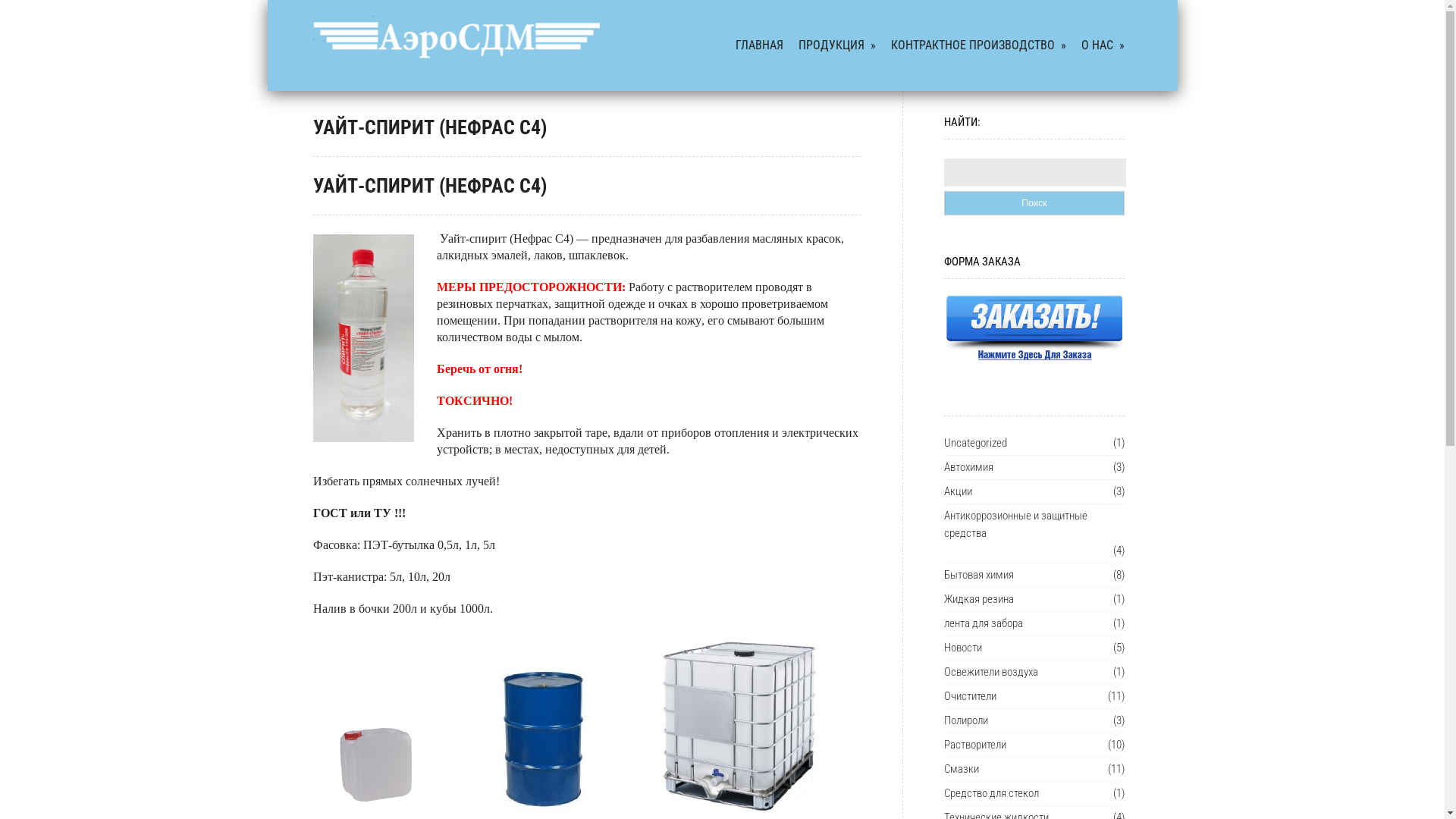 This screenshot has width=1456, height=819. I want to click on 'Uncategorized', so click(975, 443).